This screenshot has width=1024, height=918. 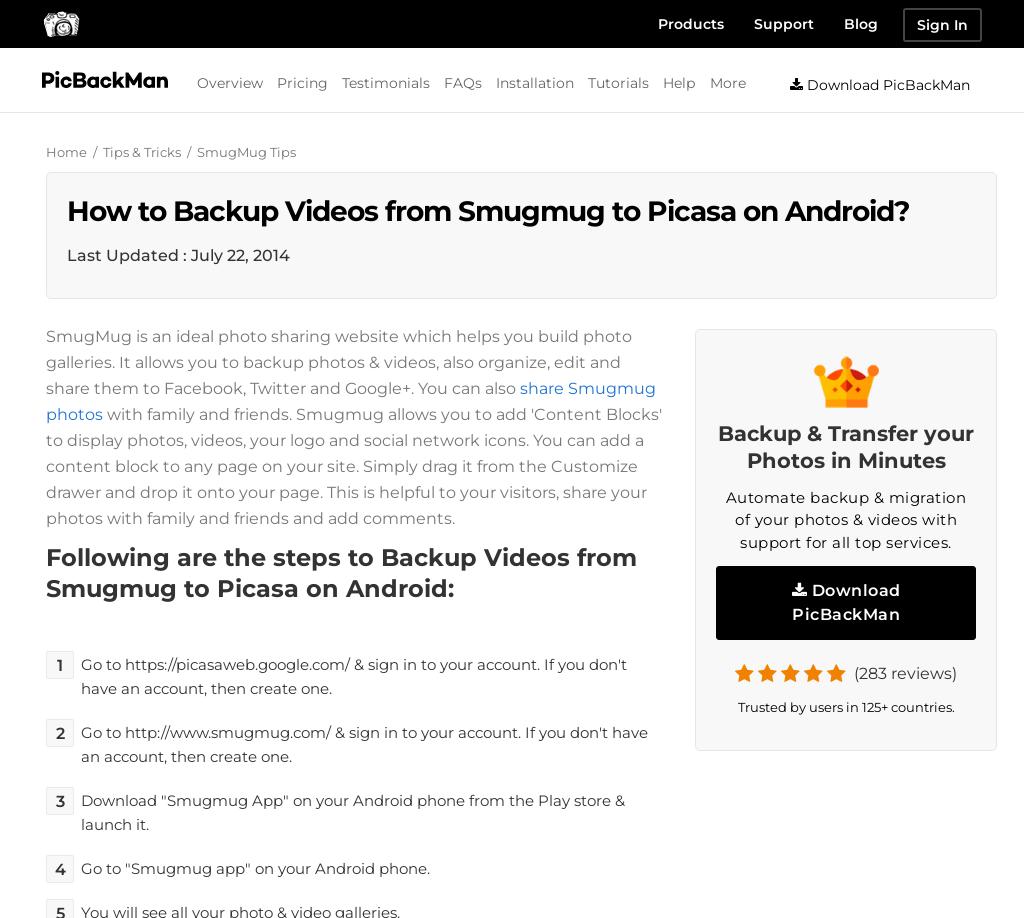 I want to click on 'Last Updated :', so click(x=128, y=253).